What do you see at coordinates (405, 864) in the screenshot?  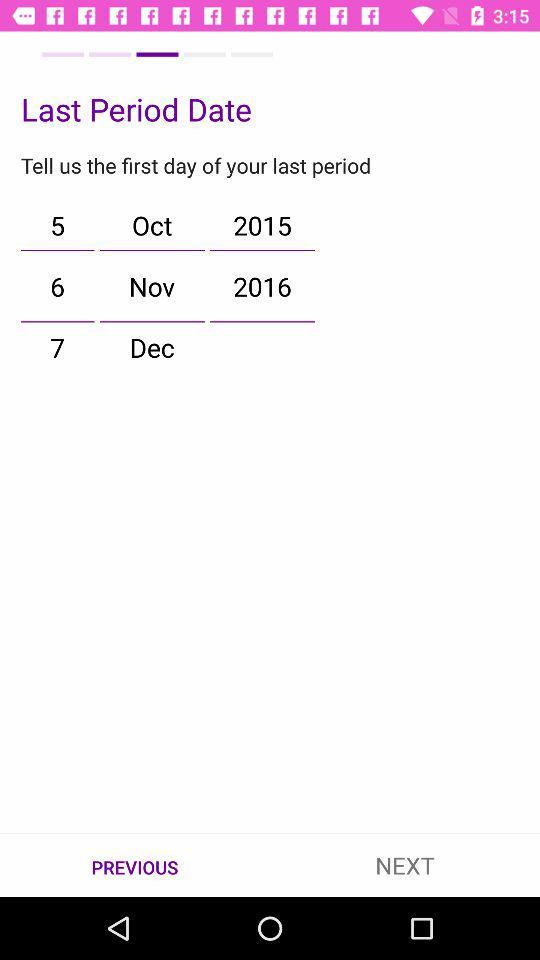 I see `the next` at bounding box center [405, 864].